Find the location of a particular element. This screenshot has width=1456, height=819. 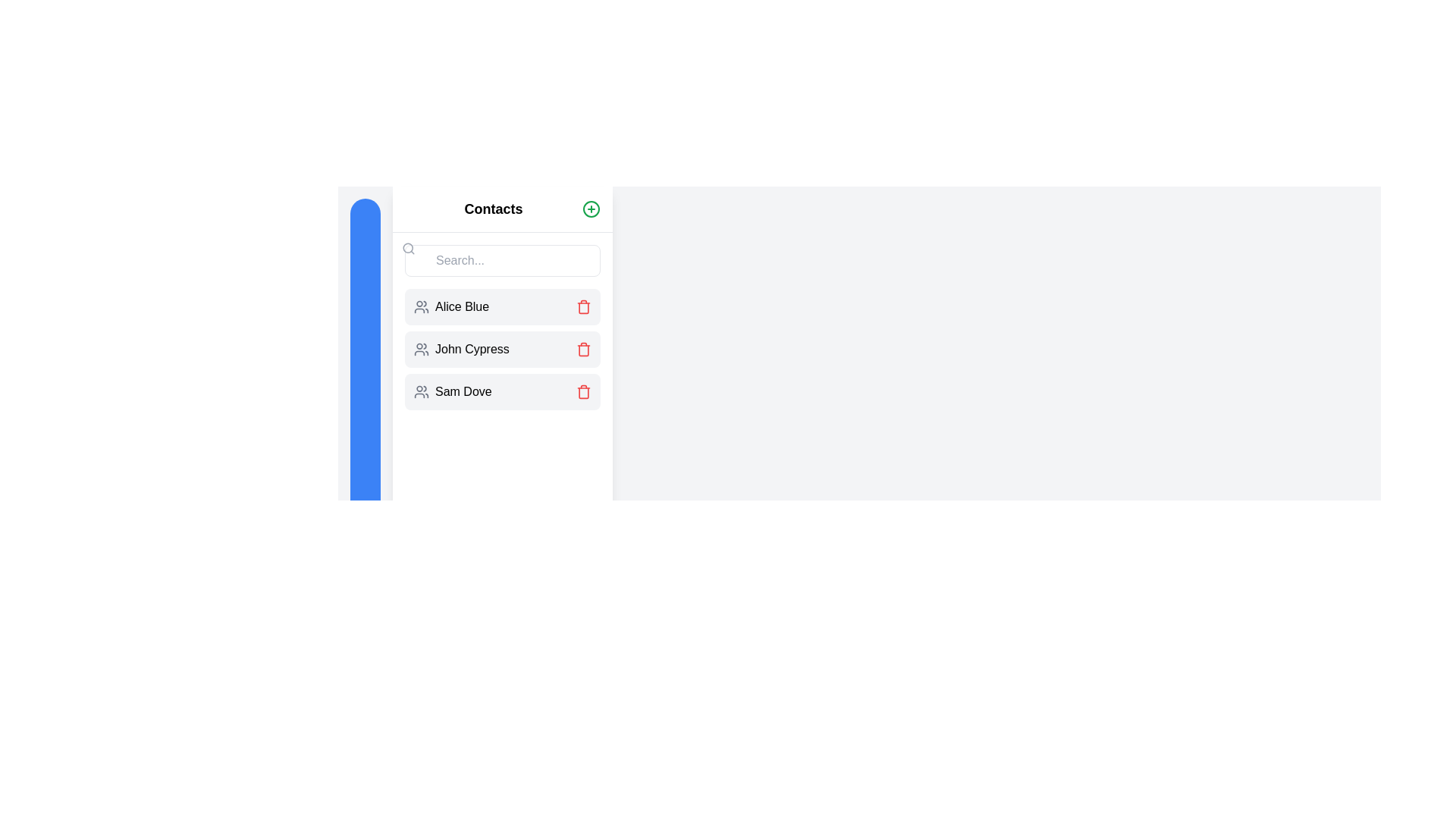

the delete action button for the contact named 'John Cypress', which is located in the second position of the contact list and is positioned to the far right of the name is located at coordinates (582, 350).